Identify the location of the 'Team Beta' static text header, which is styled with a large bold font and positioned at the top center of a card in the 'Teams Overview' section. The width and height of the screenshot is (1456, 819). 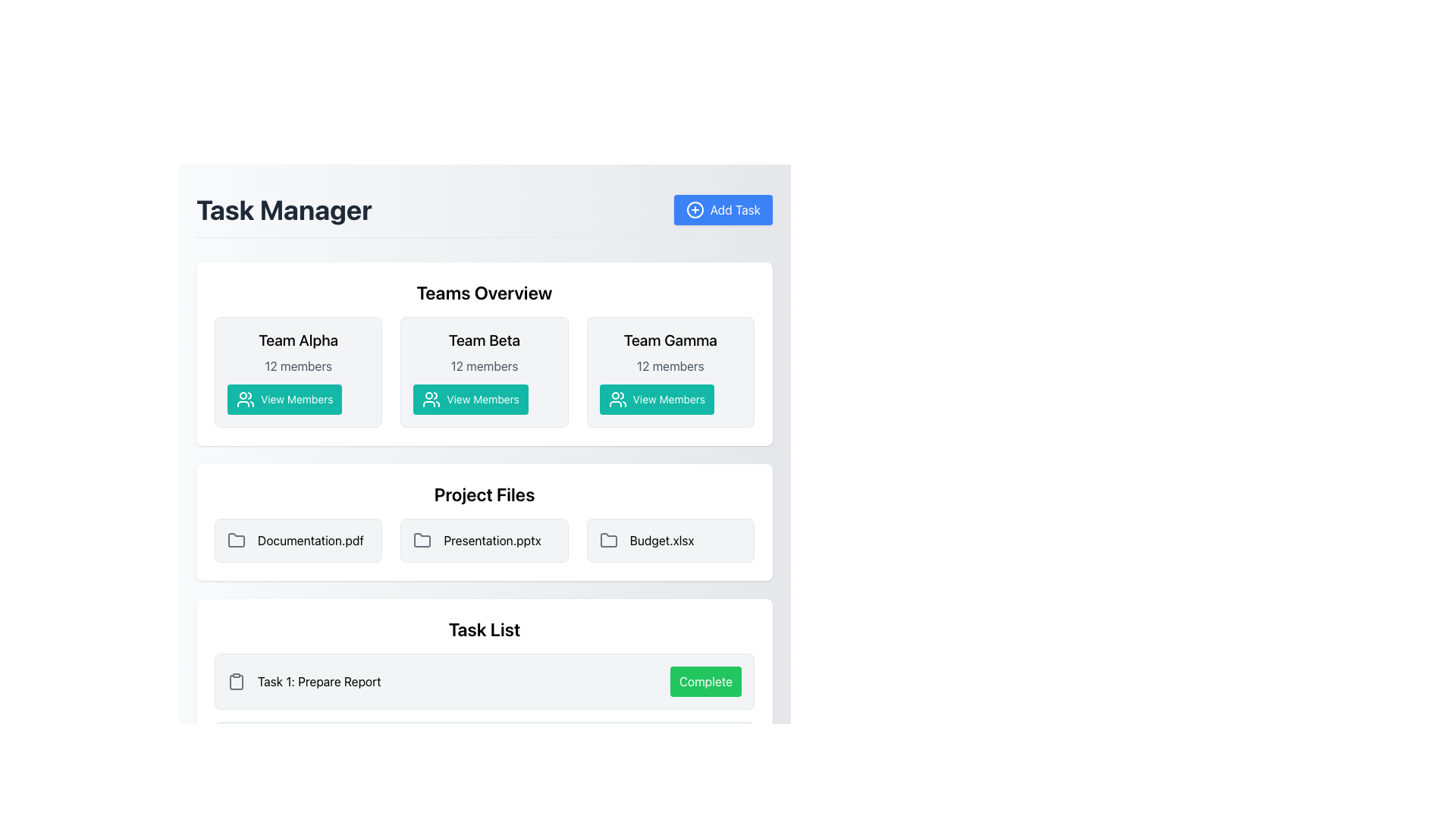
(483, 339).